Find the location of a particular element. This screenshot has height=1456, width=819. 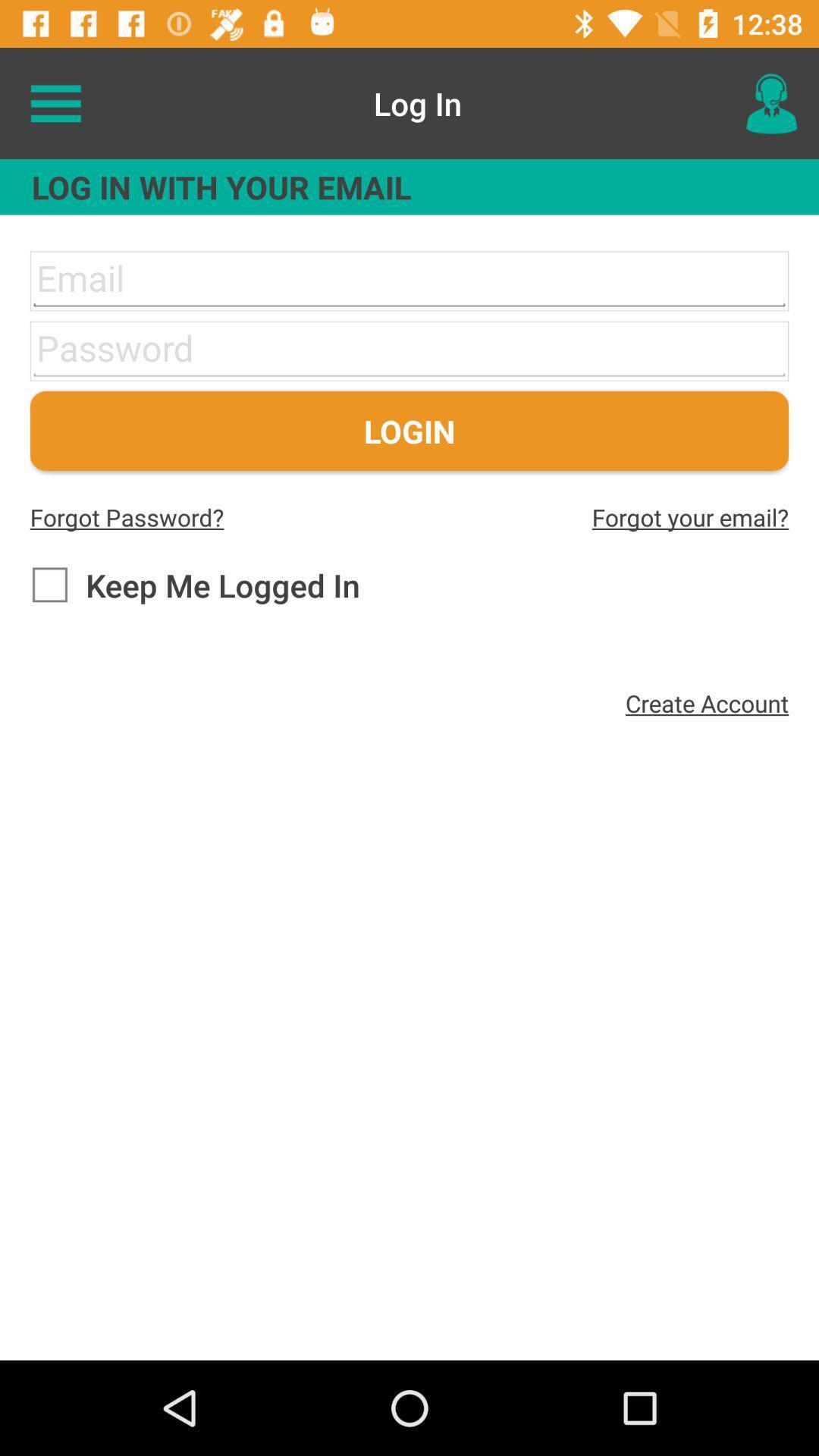

icon at the top right corner is located at coordinates (771, 102).